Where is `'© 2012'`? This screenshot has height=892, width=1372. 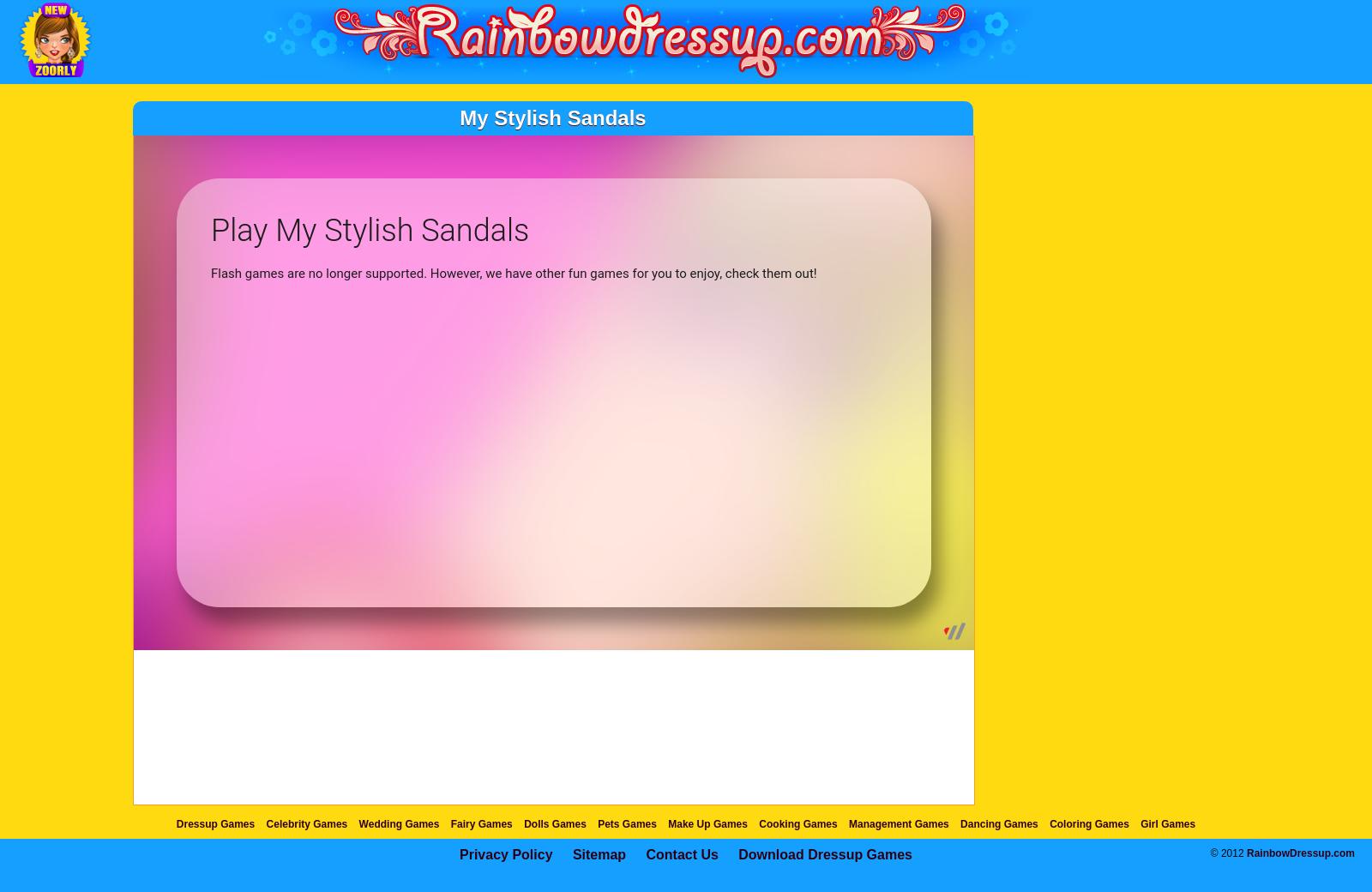 '© 2012' is located at coordinates (1228, 853).